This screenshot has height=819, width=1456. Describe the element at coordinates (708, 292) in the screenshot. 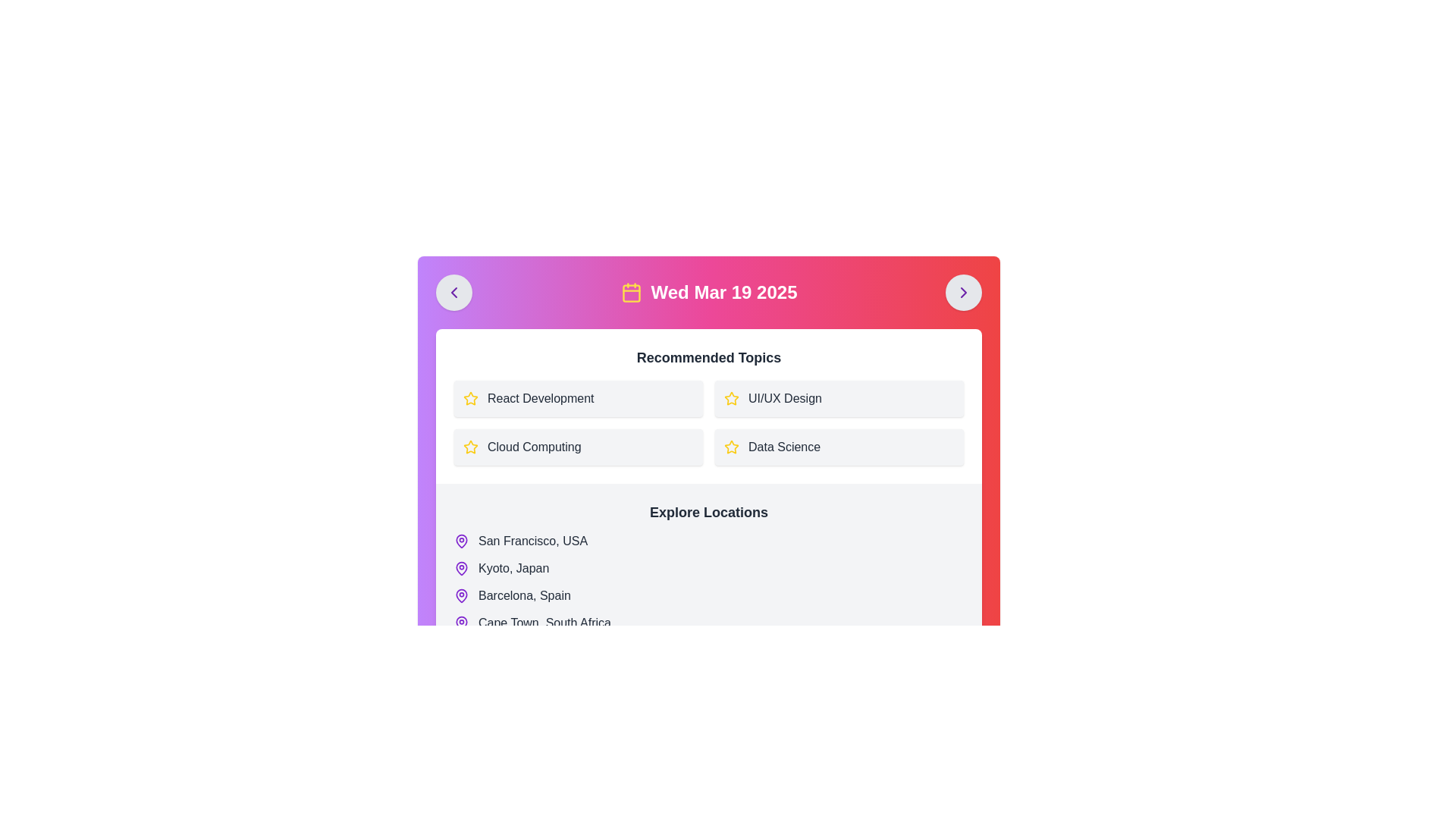

I see `the Informational Label displaying 'Wed Mar 19 2025' with a yellow calendar icon, which is centered above the 'Recommended Topics' area` at that location.